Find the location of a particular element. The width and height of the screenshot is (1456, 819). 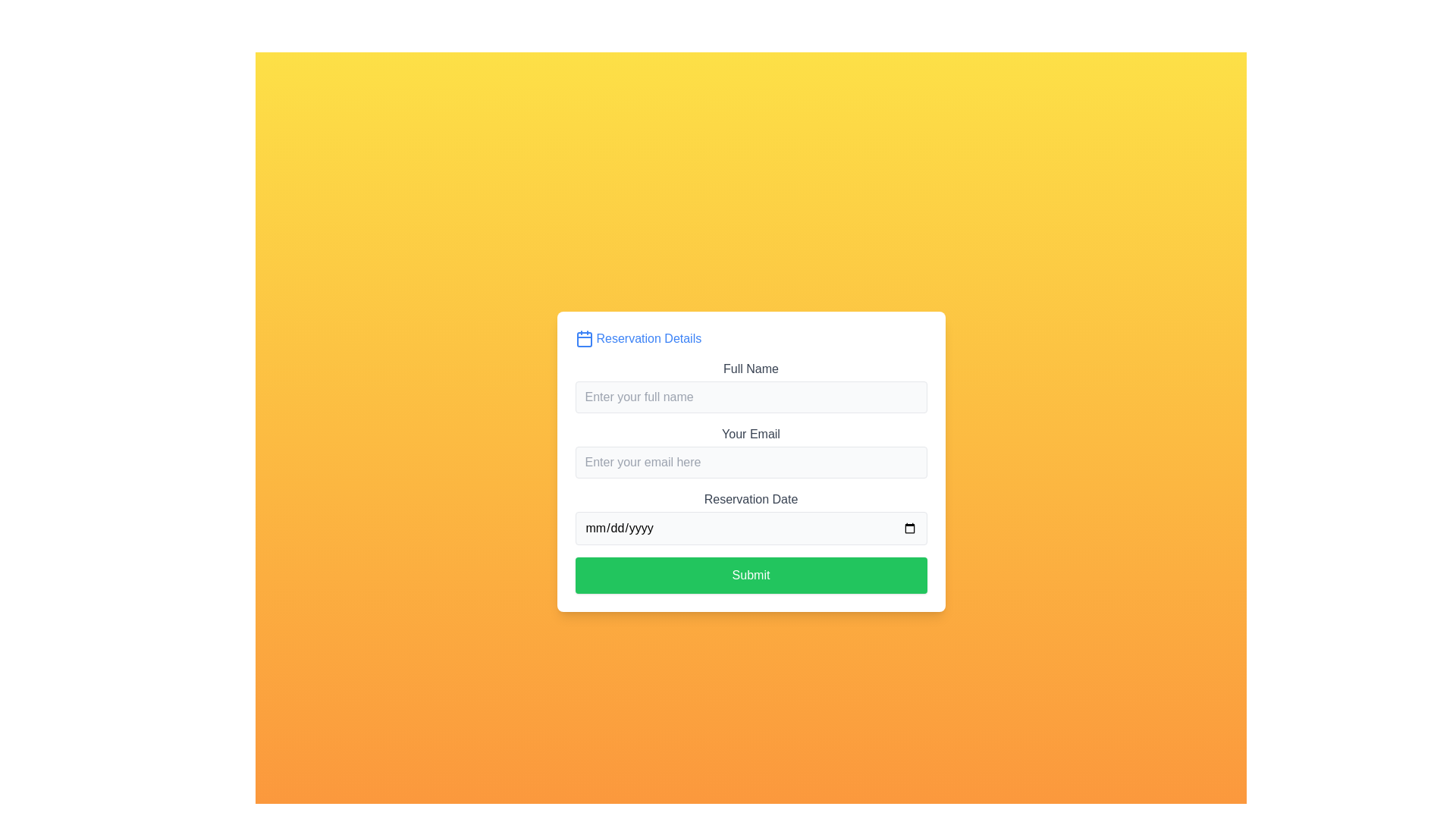

the date input field located in the 'Reservation Details' section is located at coordinates (751, 528).